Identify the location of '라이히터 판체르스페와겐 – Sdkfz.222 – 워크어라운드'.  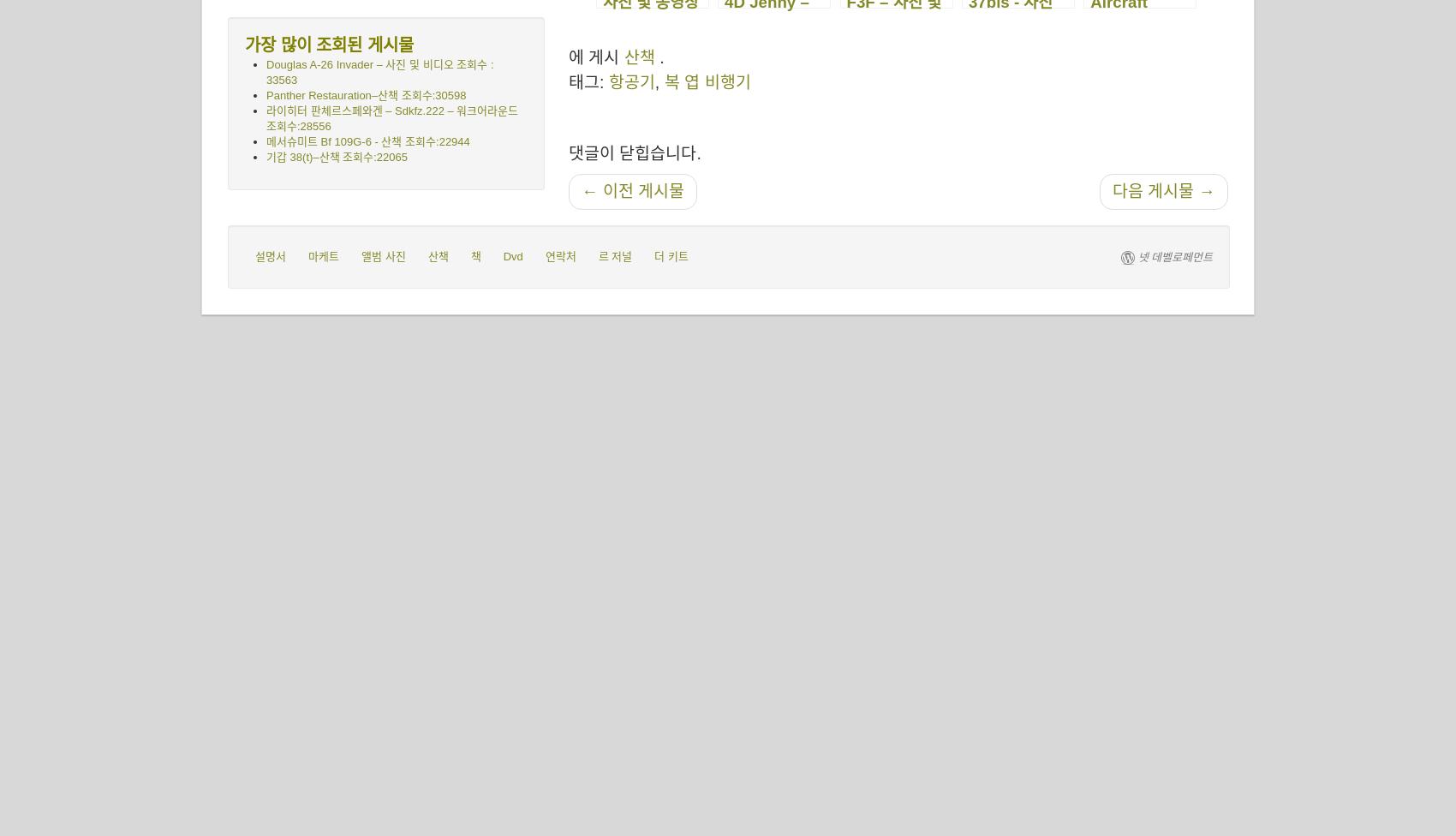
(391, 110).